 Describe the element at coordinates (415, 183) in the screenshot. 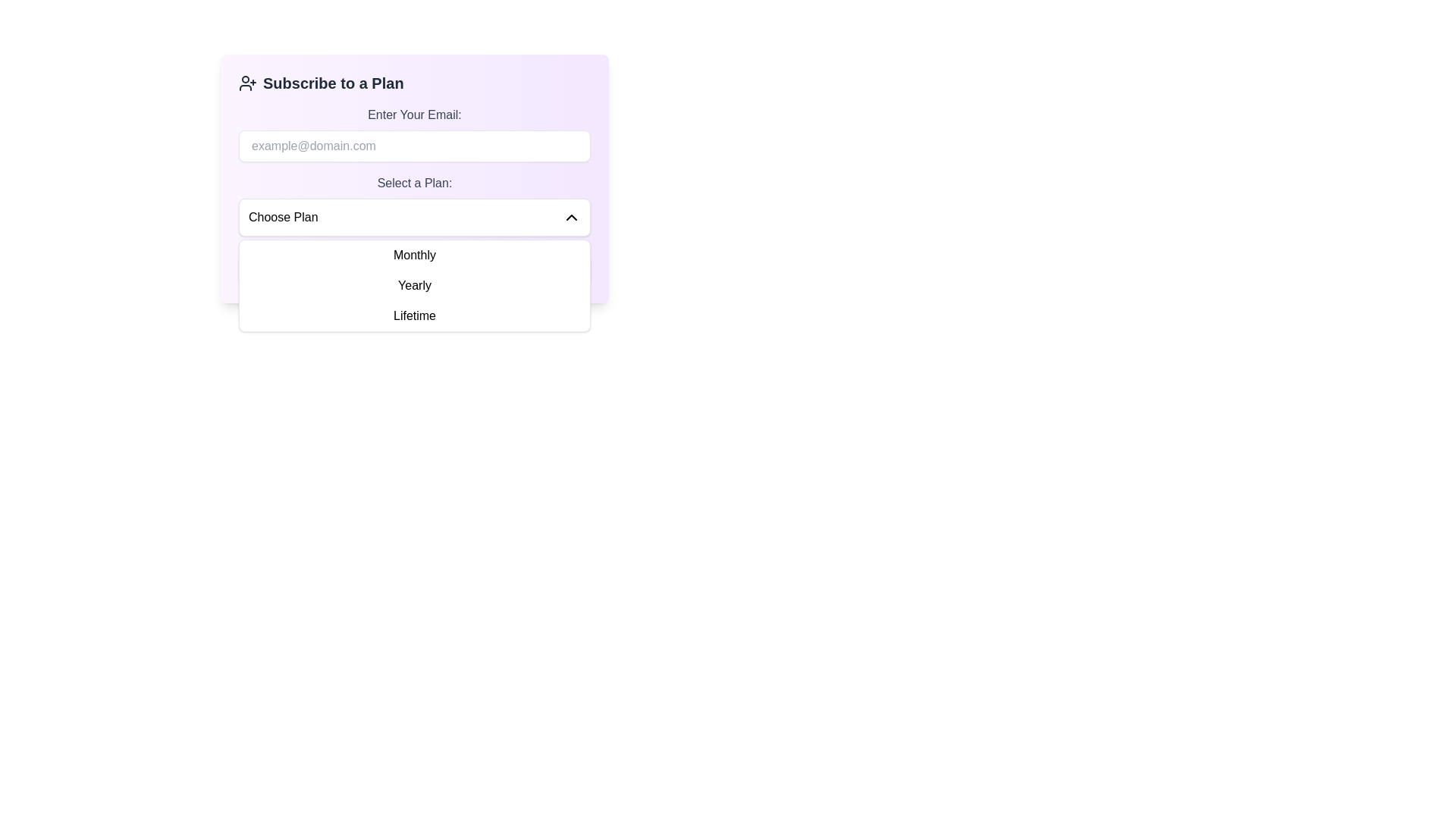

I see `the text label that reads 'Select a Plan:', which is styled in gray and located within a form, positioned below the 'Enter Your Email:' label and above the 'Choose Plan' dropdown` at that location.